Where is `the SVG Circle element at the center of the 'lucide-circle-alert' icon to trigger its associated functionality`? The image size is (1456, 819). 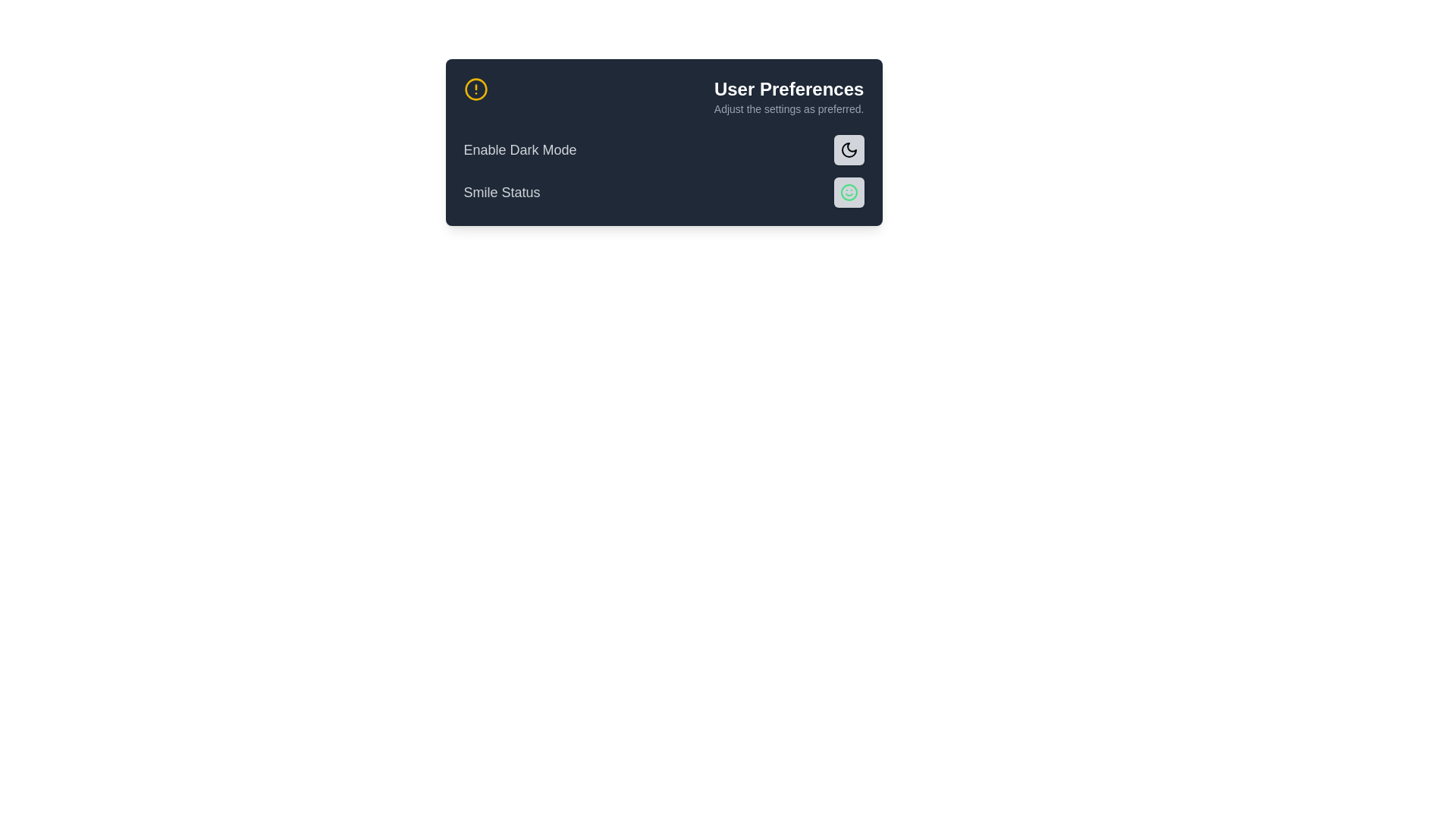
the SVG Circle element at the center of the 'lucide-circle-alert' icon to trigger its associated functionality is located at coordinates (475, 89).